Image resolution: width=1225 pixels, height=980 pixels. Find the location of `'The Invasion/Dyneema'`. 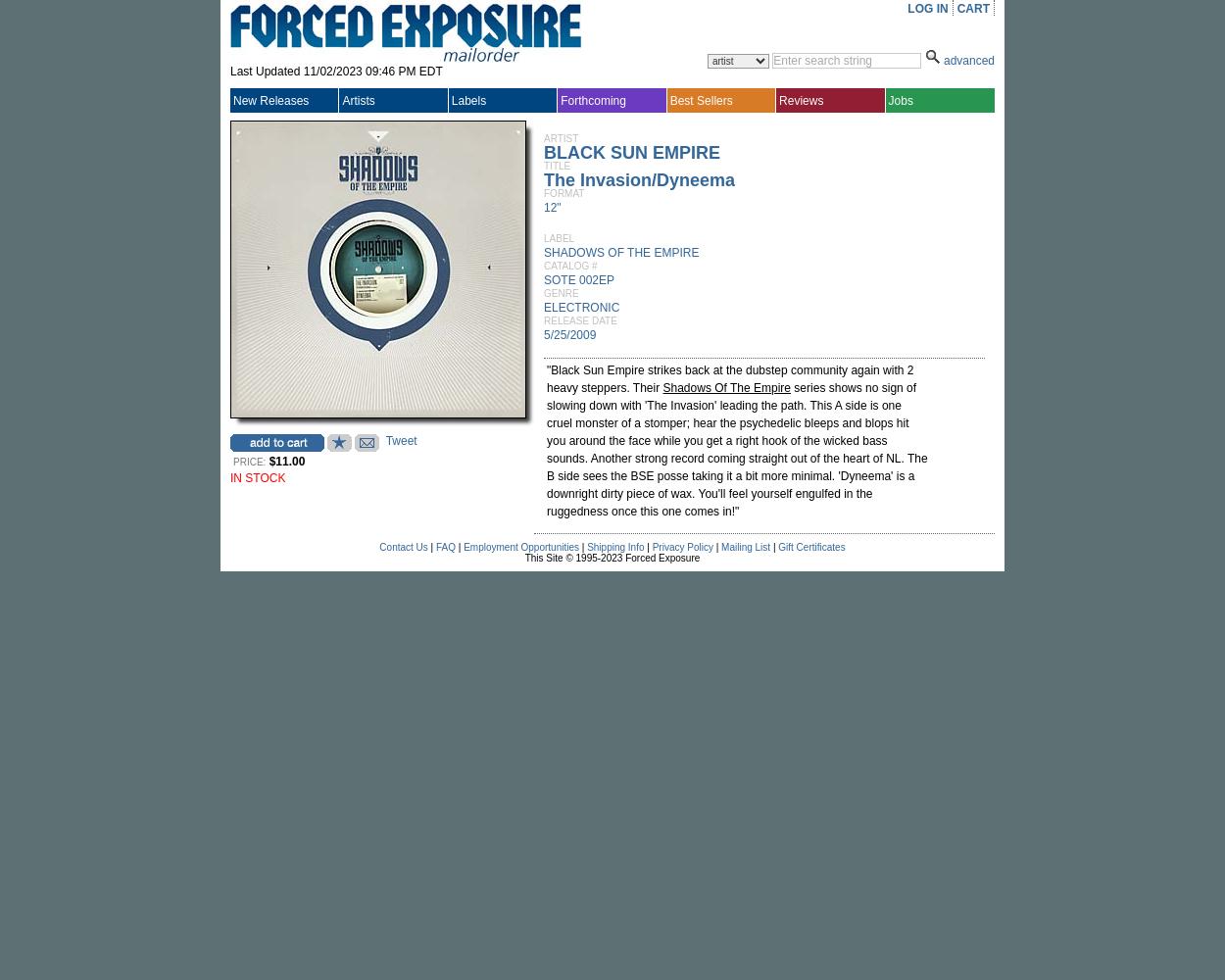

'The Invasion/Dyneema' is located at coordinates (639, 180).